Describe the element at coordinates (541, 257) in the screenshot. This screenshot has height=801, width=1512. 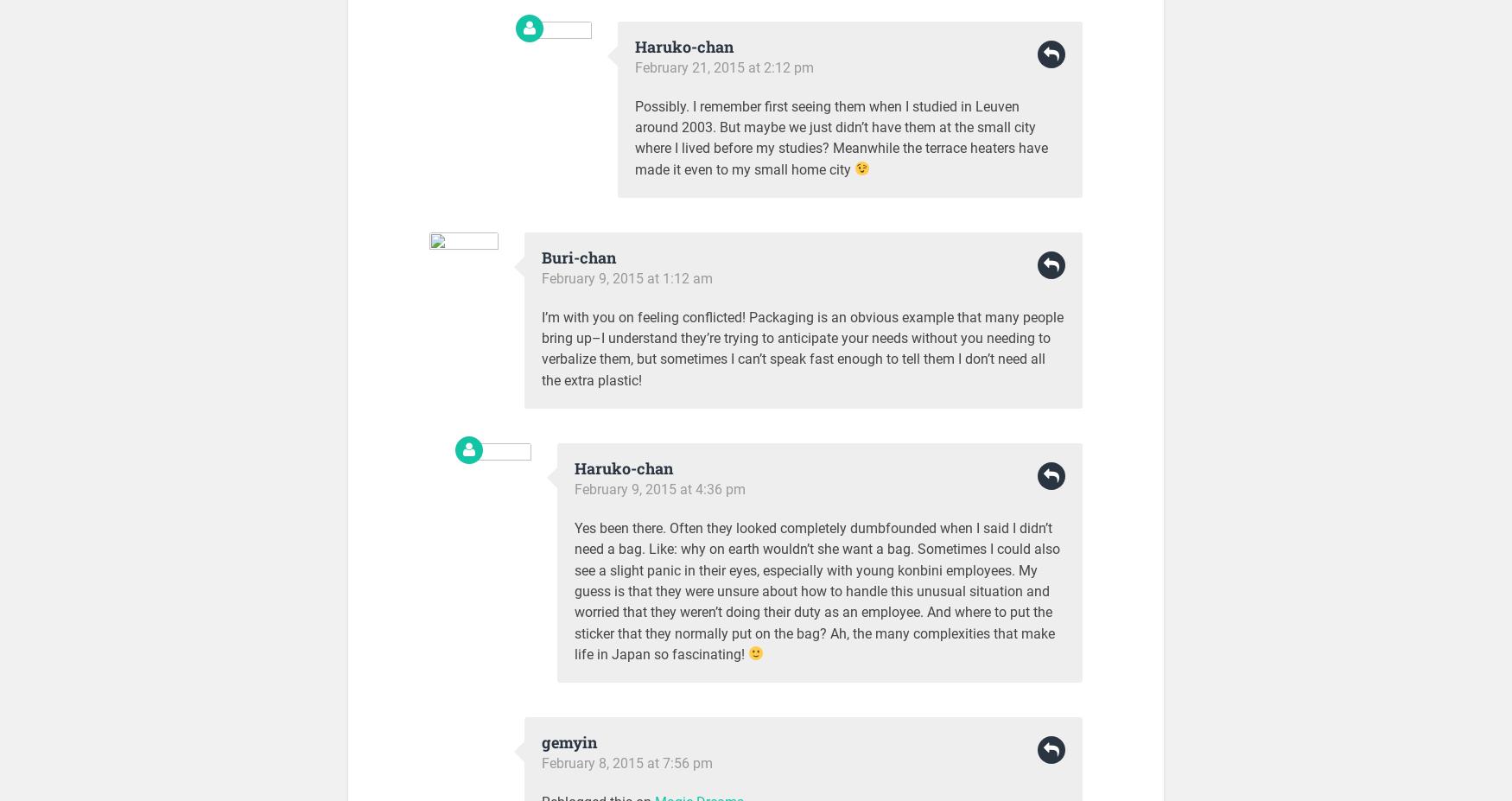
I see `'Buri-chan'` at that location.